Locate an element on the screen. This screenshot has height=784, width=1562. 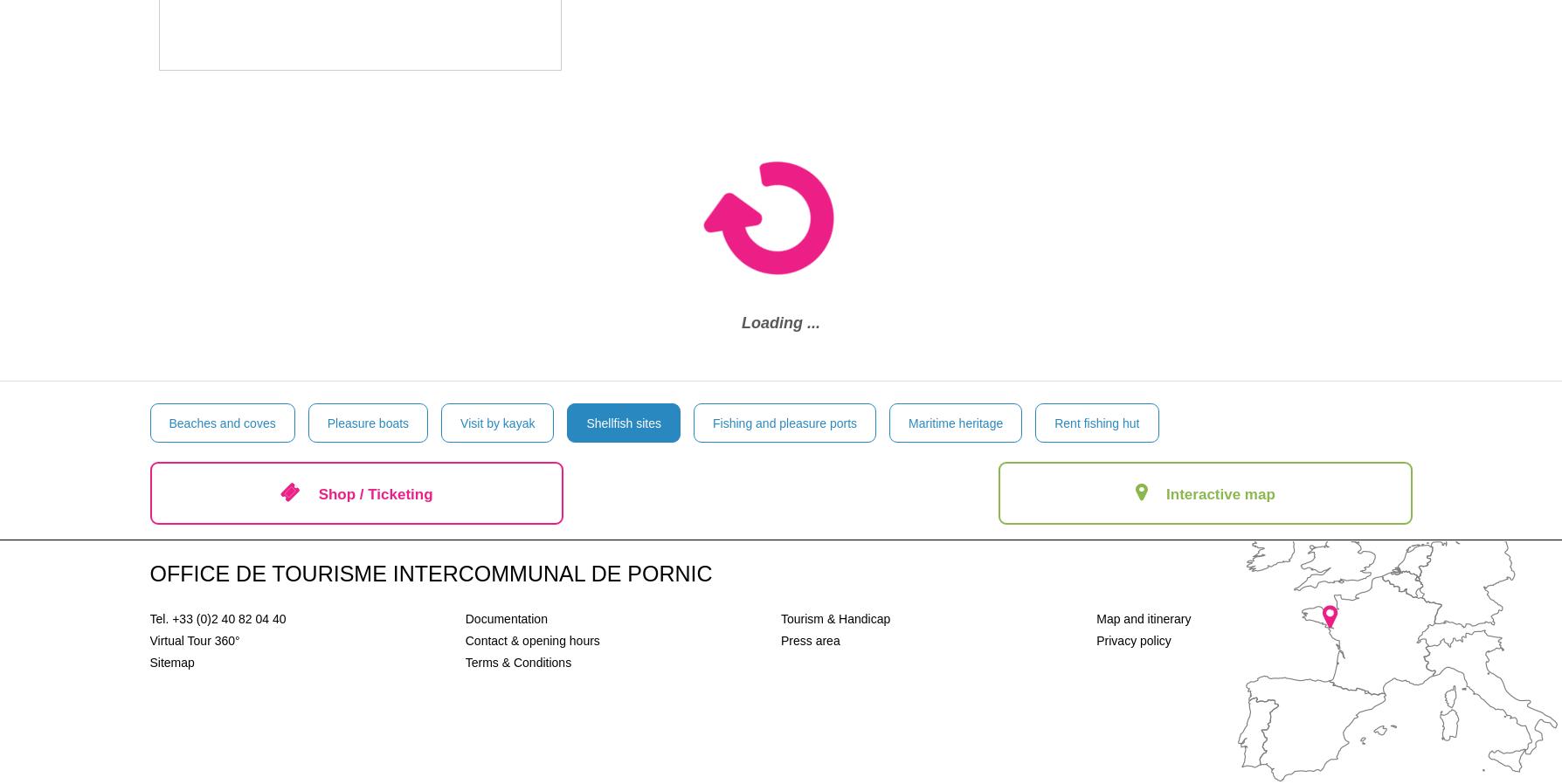
'Loading ...' is located at coordinates (781, 322).